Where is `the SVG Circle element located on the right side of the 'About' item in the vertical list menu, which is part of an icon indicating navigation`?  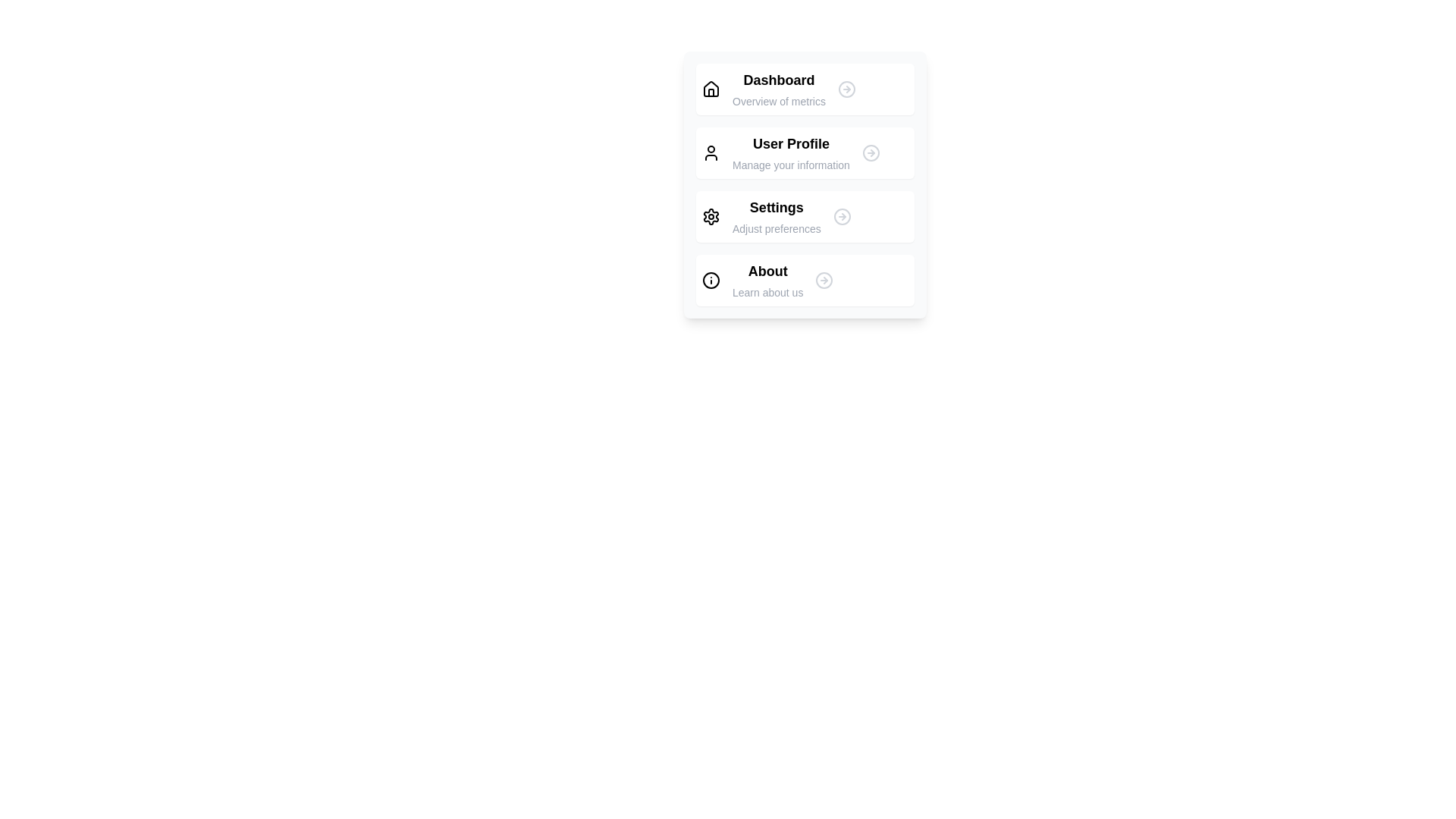 the SVG Circle element located on the right side of the 'About' item in the vertical list menu, which is part of an icon indicating navigation is located at coordinates (824, 281).